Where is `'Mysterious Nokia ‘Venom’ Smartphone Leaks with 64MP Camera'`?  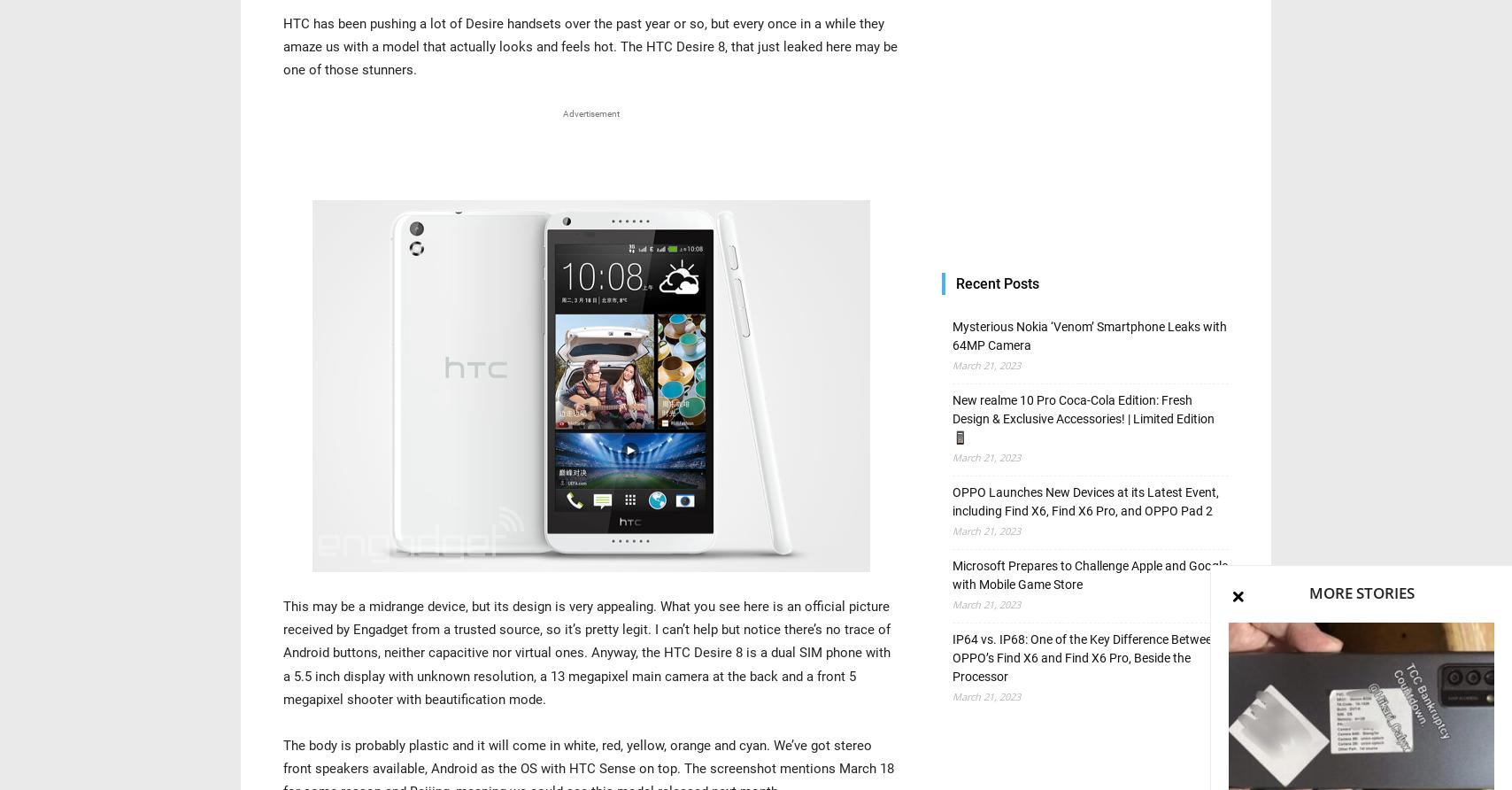 'Mysterious Nokia ‘Venom’ Smartphone Leaks with 64MP Camera' is located at coordinates (953, 335).